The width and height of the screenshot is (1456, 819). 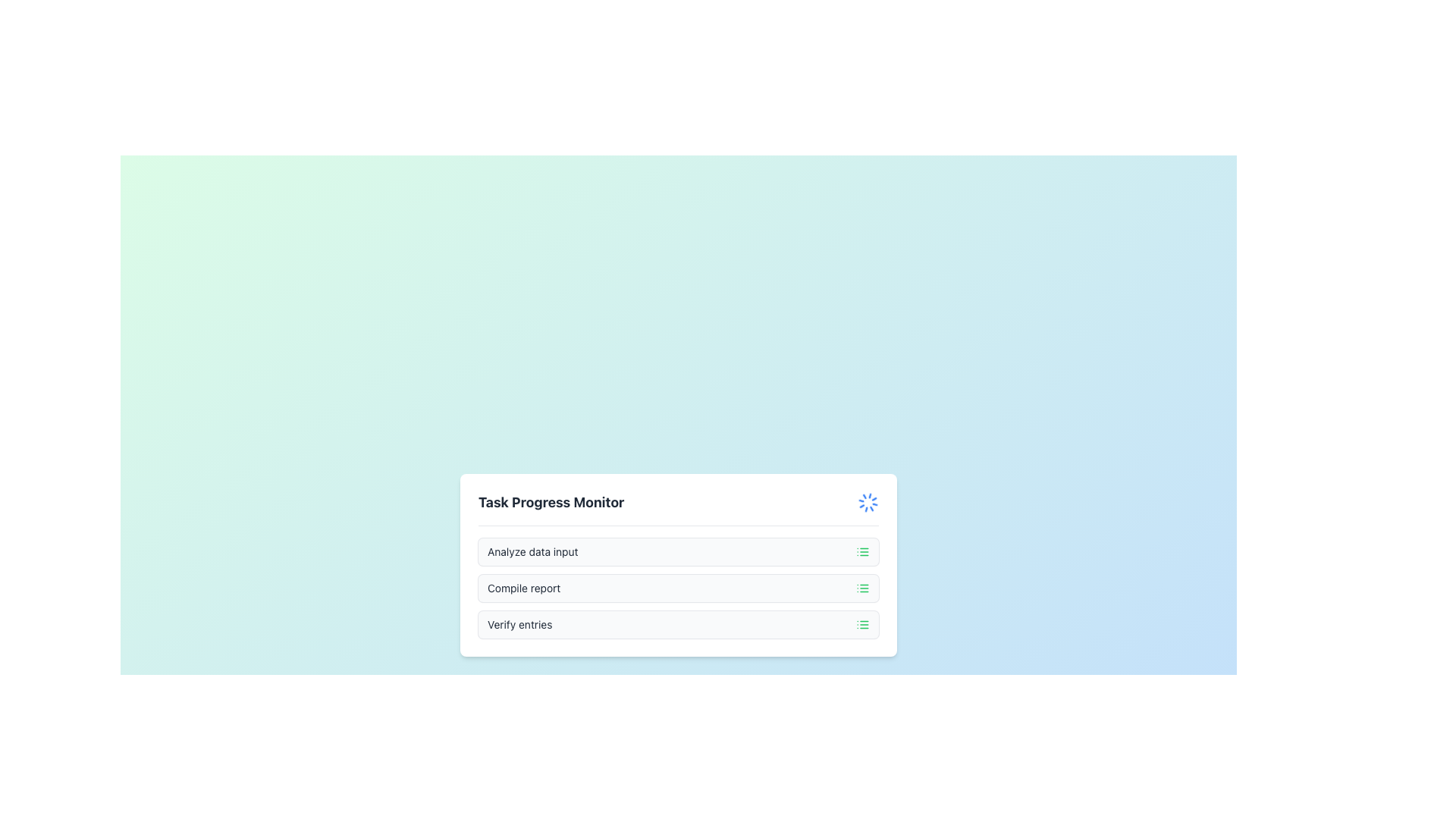 What do you see at coordinates (862, 587) in the screenshot?
I see `the Icon Button located at the right end of the row labeled 'Compile report' in the 'Task Progress Monitor' section` at bounding box center [862, 587].